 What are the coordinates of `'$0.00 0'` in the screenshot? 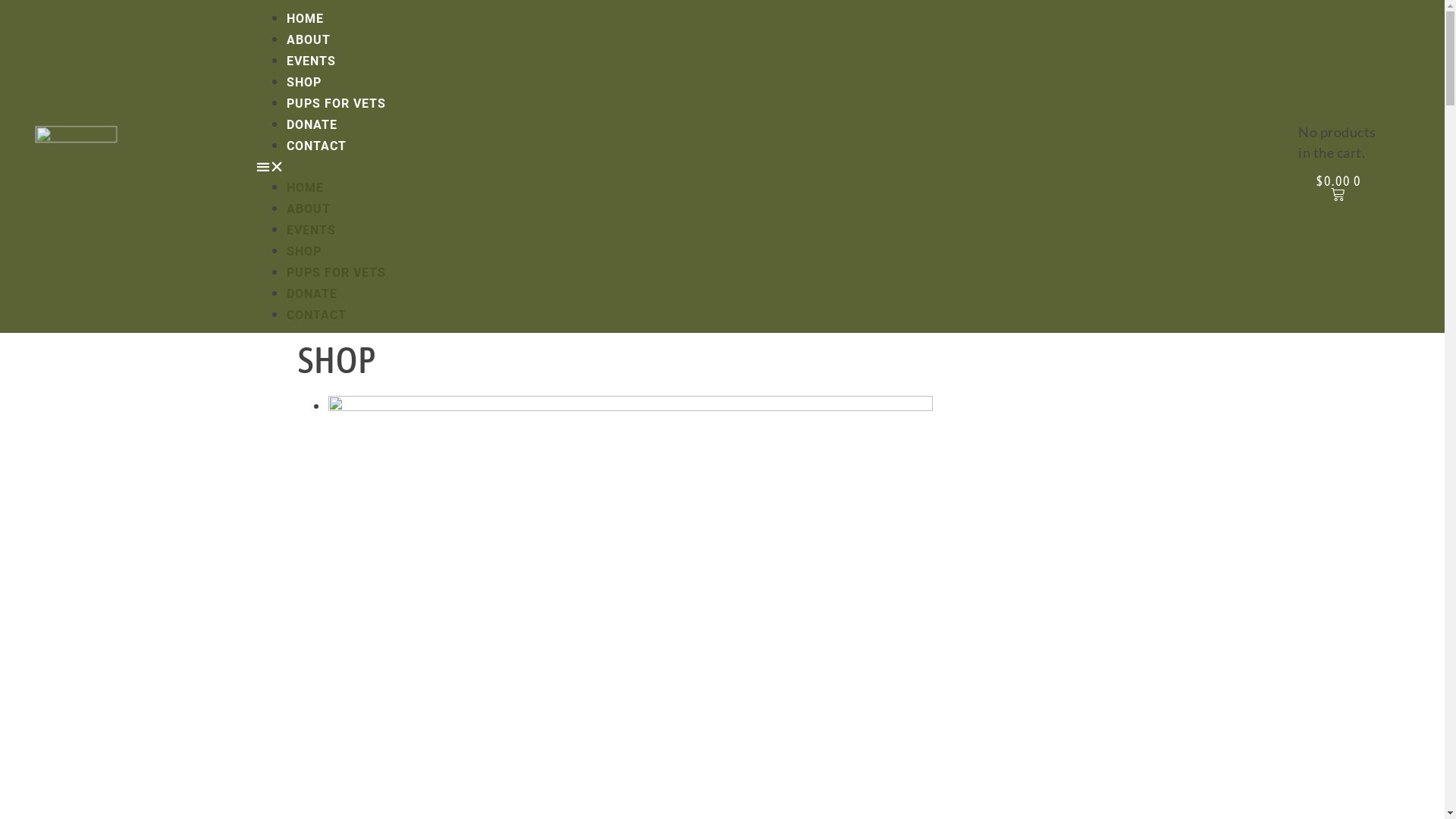 It's located at (1338, 187).